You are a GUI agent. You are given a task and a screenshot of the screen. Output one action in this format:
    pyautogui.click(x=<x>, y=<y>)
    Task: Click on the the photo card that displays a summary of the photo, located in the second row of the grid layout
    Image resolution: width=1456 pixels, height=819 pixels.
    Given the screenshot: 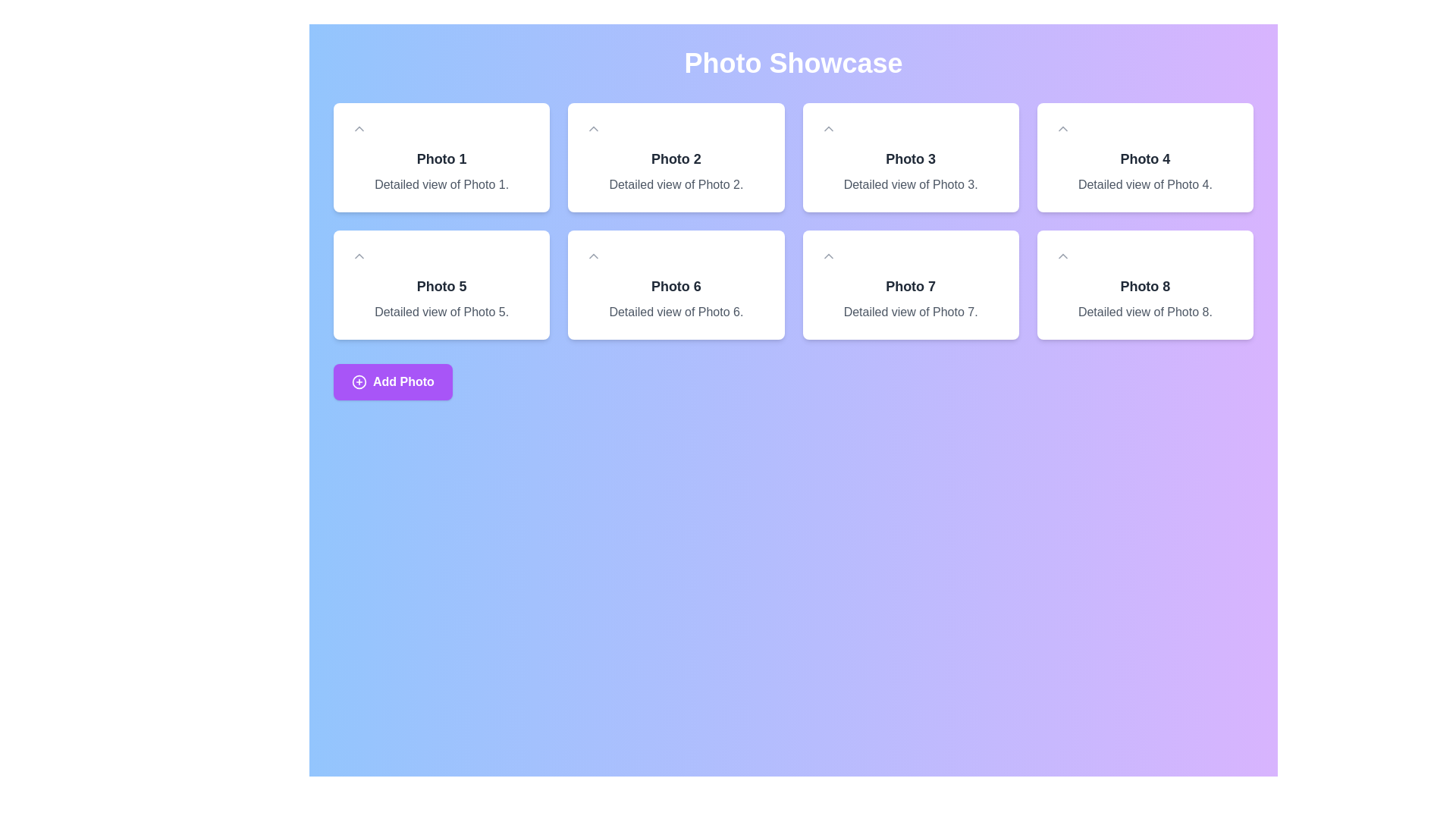 What is the action you would take?
    pyautogui.click(x=675, y=284)
    